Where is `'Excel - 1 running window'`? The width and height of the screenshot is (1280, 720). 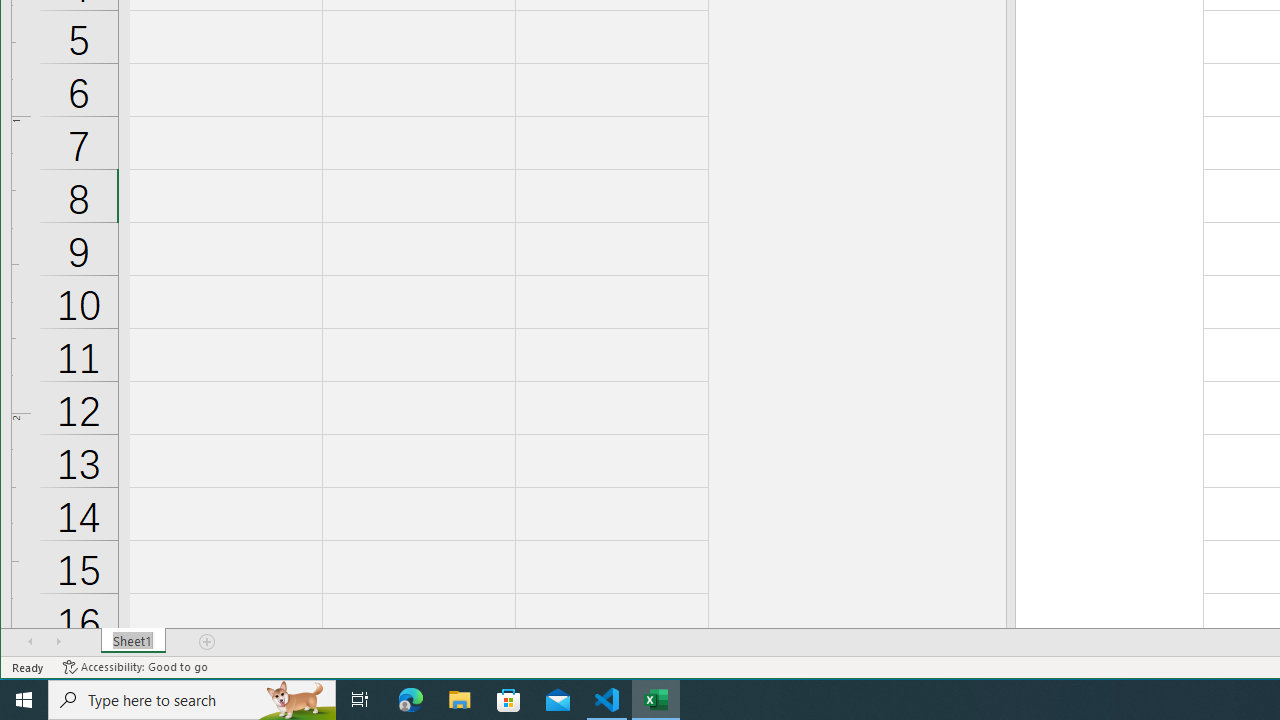
'Excel - 1 running window' is located at coordinates (656, 698).